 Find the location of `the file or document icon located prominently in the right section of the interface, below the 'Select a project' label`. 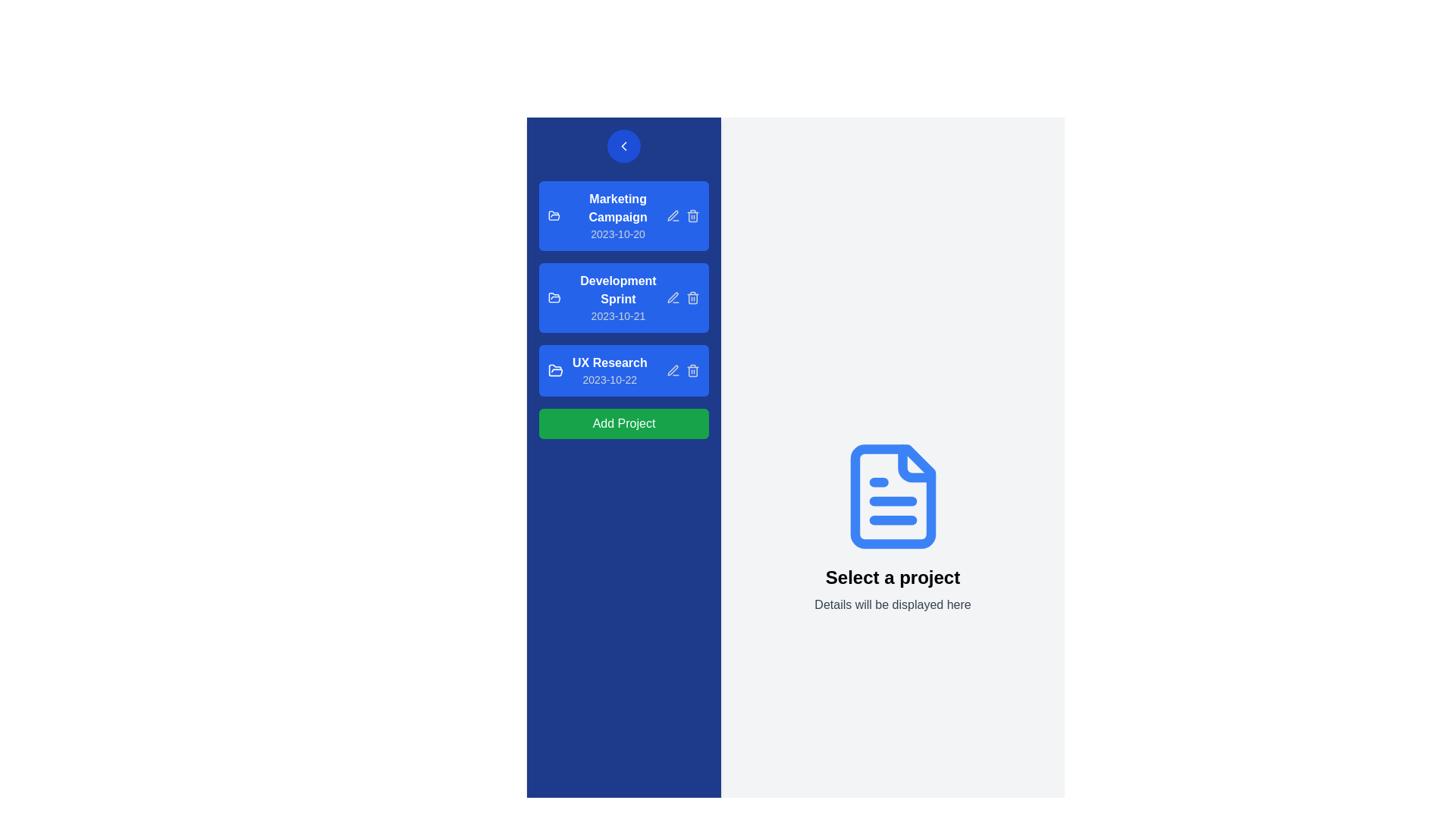

the file or document icon located prominently in the right section of the interface, below the 'Select a project' label is located at coordinates (893, 497).